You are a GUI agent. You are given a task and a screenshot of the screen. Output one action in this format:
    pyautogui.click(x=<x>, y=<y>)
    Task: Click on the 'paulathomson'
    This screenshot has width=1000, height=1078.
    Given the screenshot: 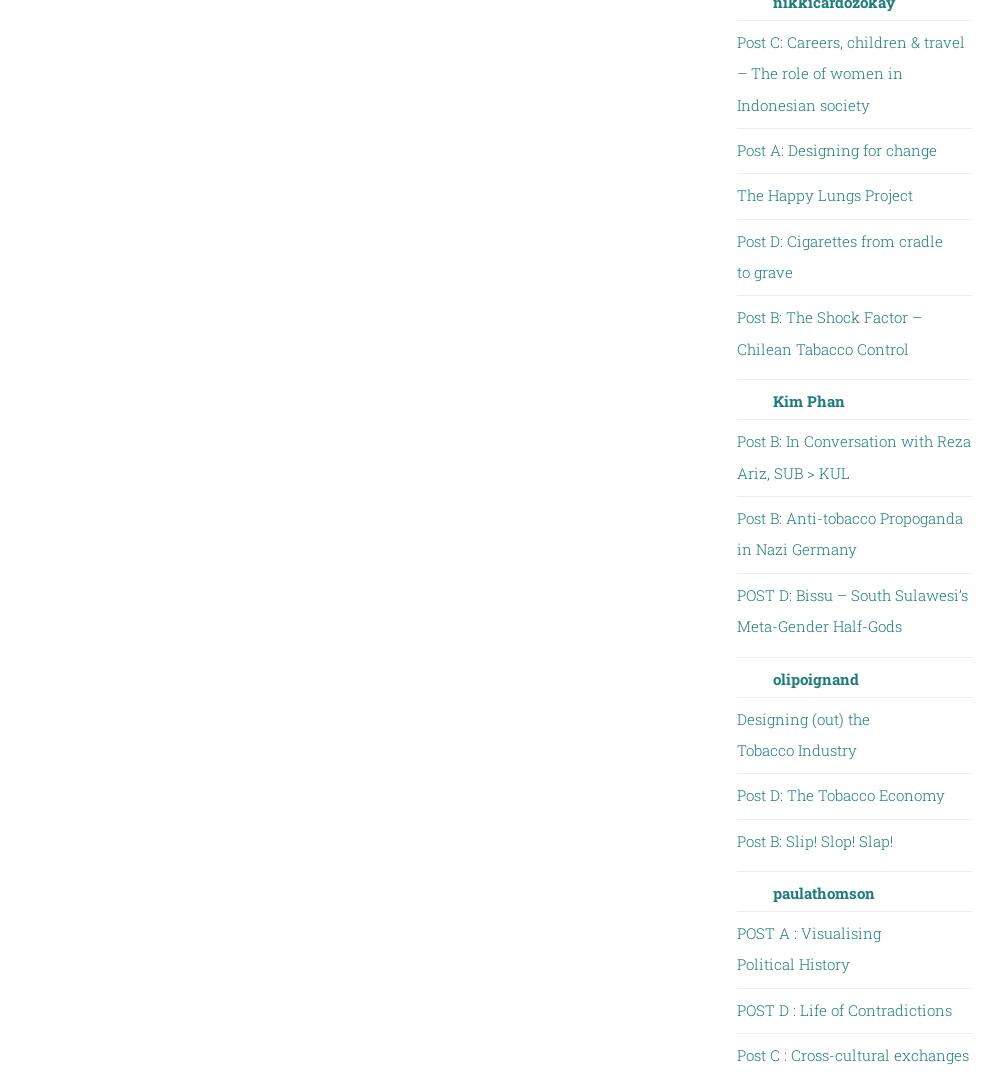 What is the action you would take?
    pyautogui.click(x=822, y=893)
    